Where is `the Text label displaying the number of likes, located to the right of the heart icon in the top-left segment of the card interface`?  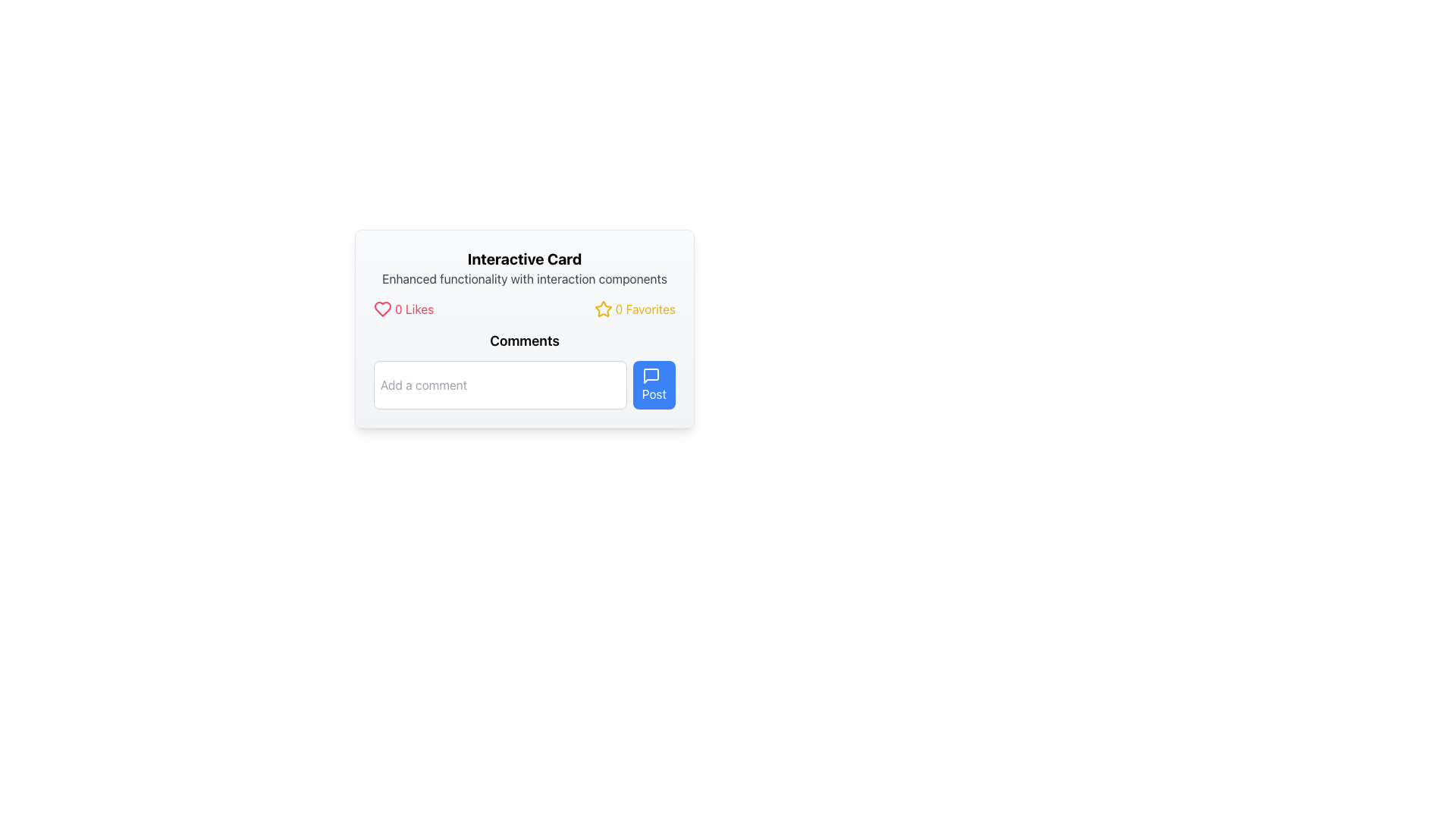
the Text label displaying the number of likes, located to the right of the heart icon in the top-left segment of the card interface is located at coordinates (414, 309).